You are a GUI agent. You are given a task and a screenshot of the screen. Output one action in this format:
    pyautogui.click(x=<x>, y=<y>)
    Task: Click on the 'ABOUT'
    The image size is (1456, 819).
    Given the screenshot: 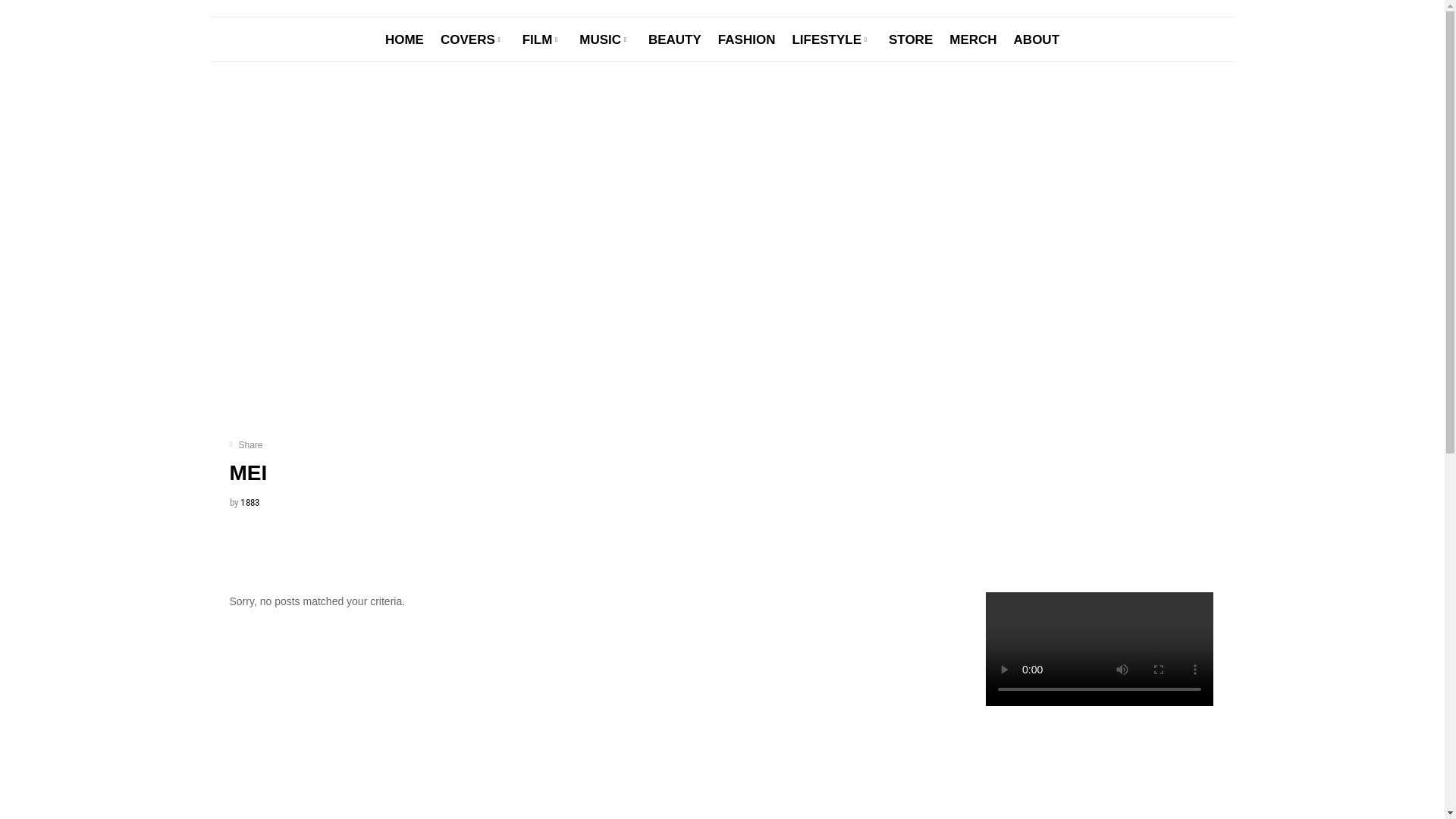 What is the action you would take?
    pyautogui.click(x=1036, y=38)
    